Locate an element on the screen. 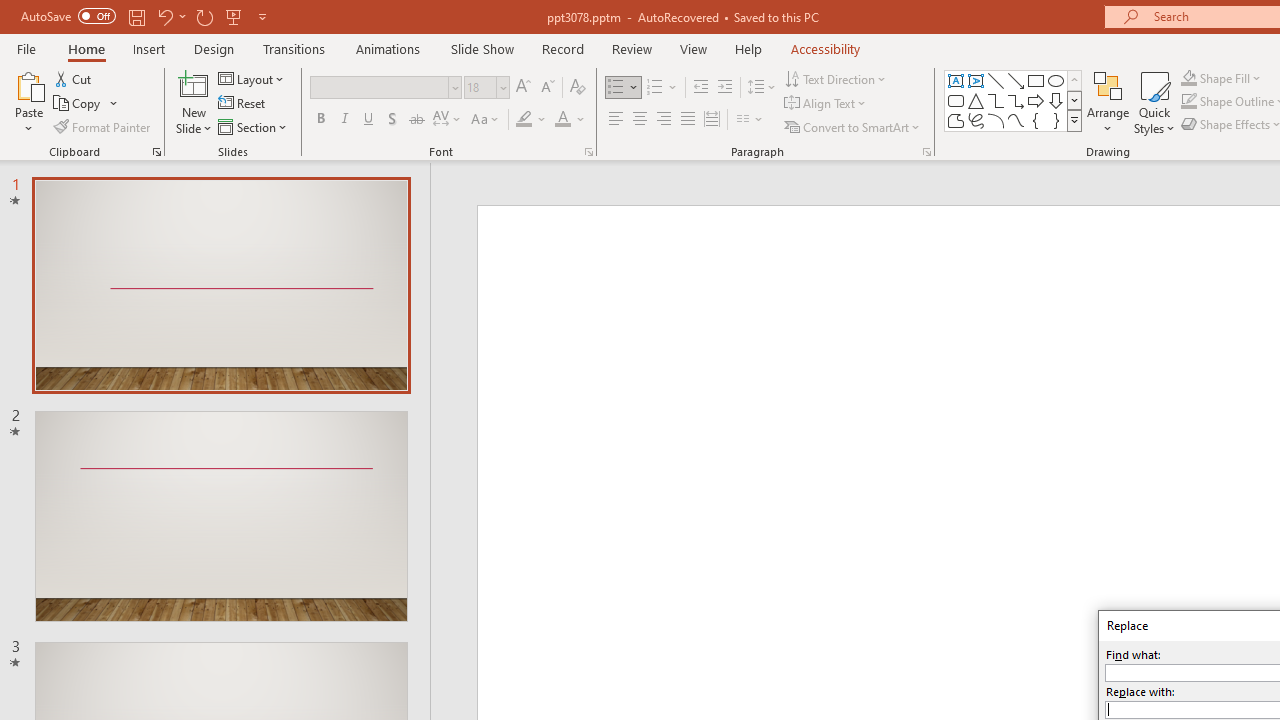  'Paste' is located at coordinates (28, 84).